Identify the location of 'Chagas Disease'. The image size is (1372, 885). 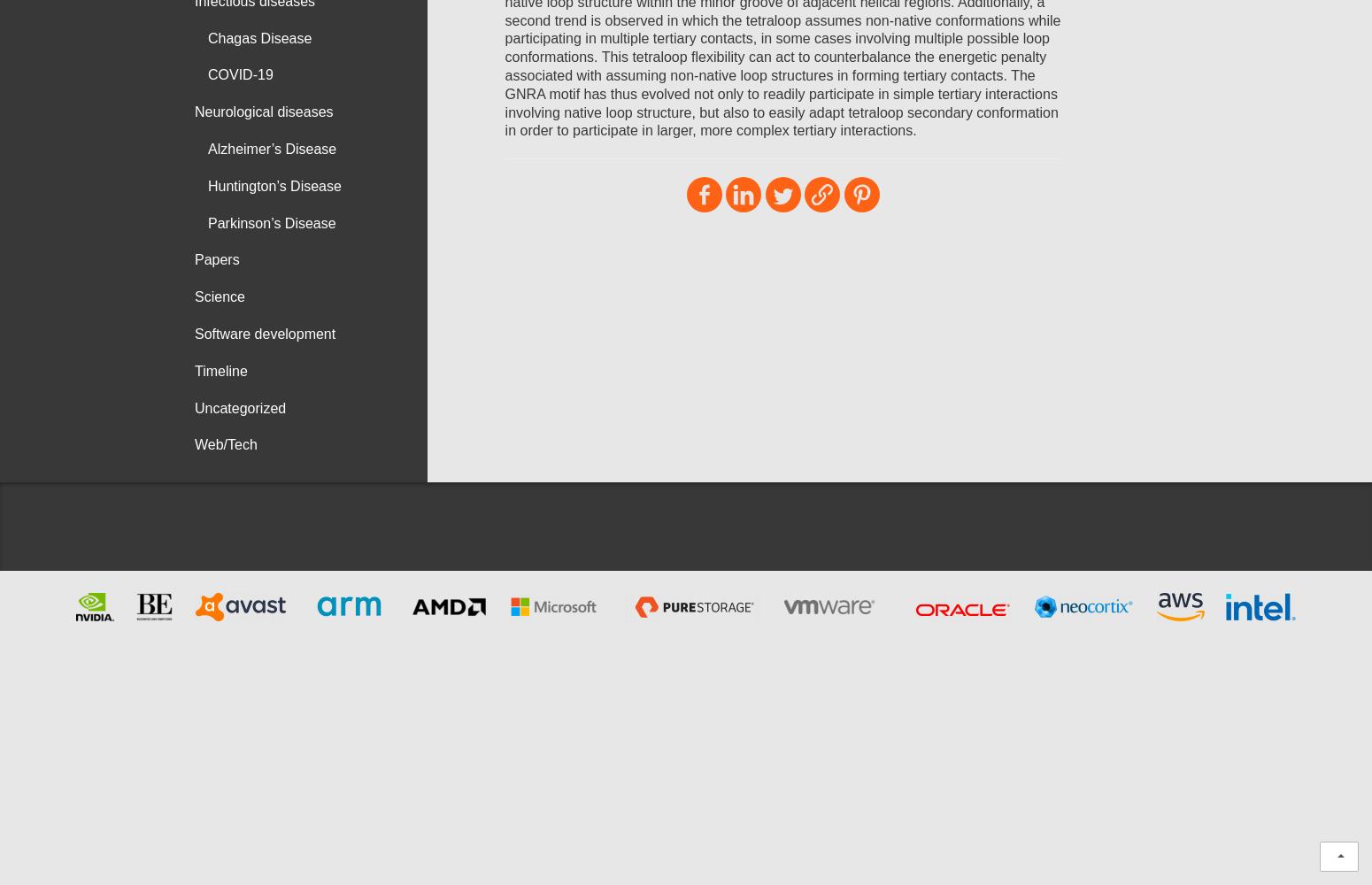
(259, 37).